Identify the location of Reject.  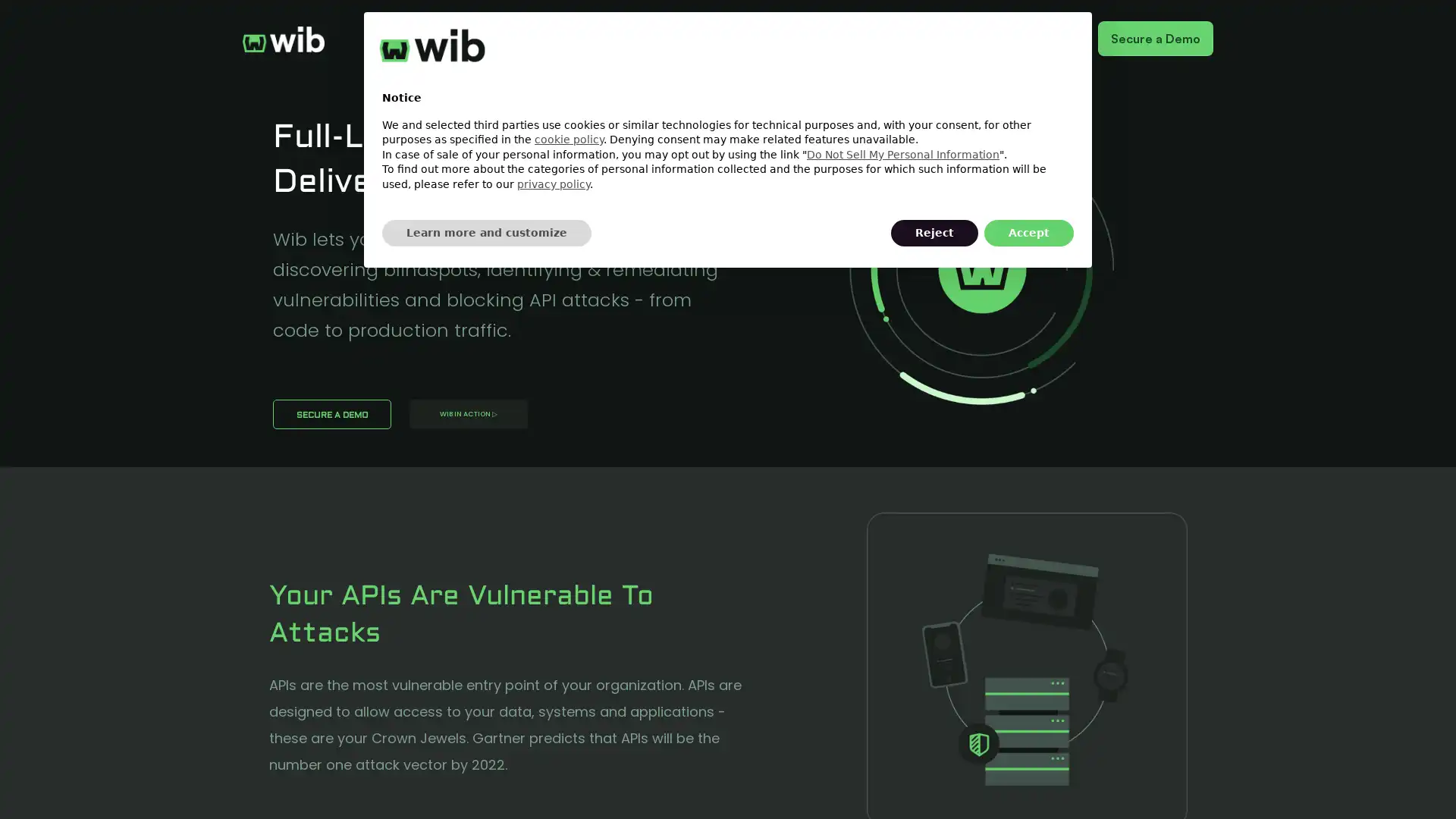
(934, 233).